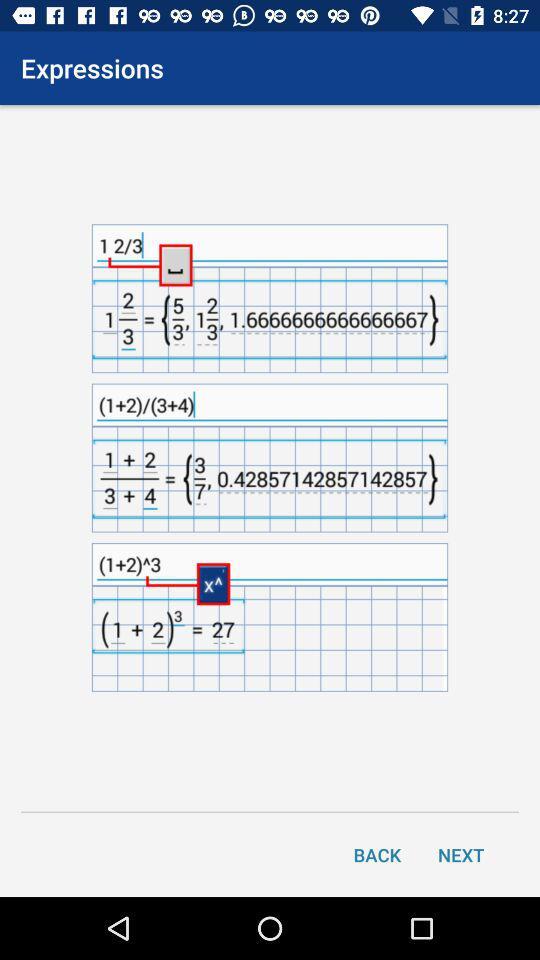 The width and height of the screenshot is (540, 960). Describe the element at coordinates (461, 853) in the screenshot. I see `the icon next to the back item` at that location.